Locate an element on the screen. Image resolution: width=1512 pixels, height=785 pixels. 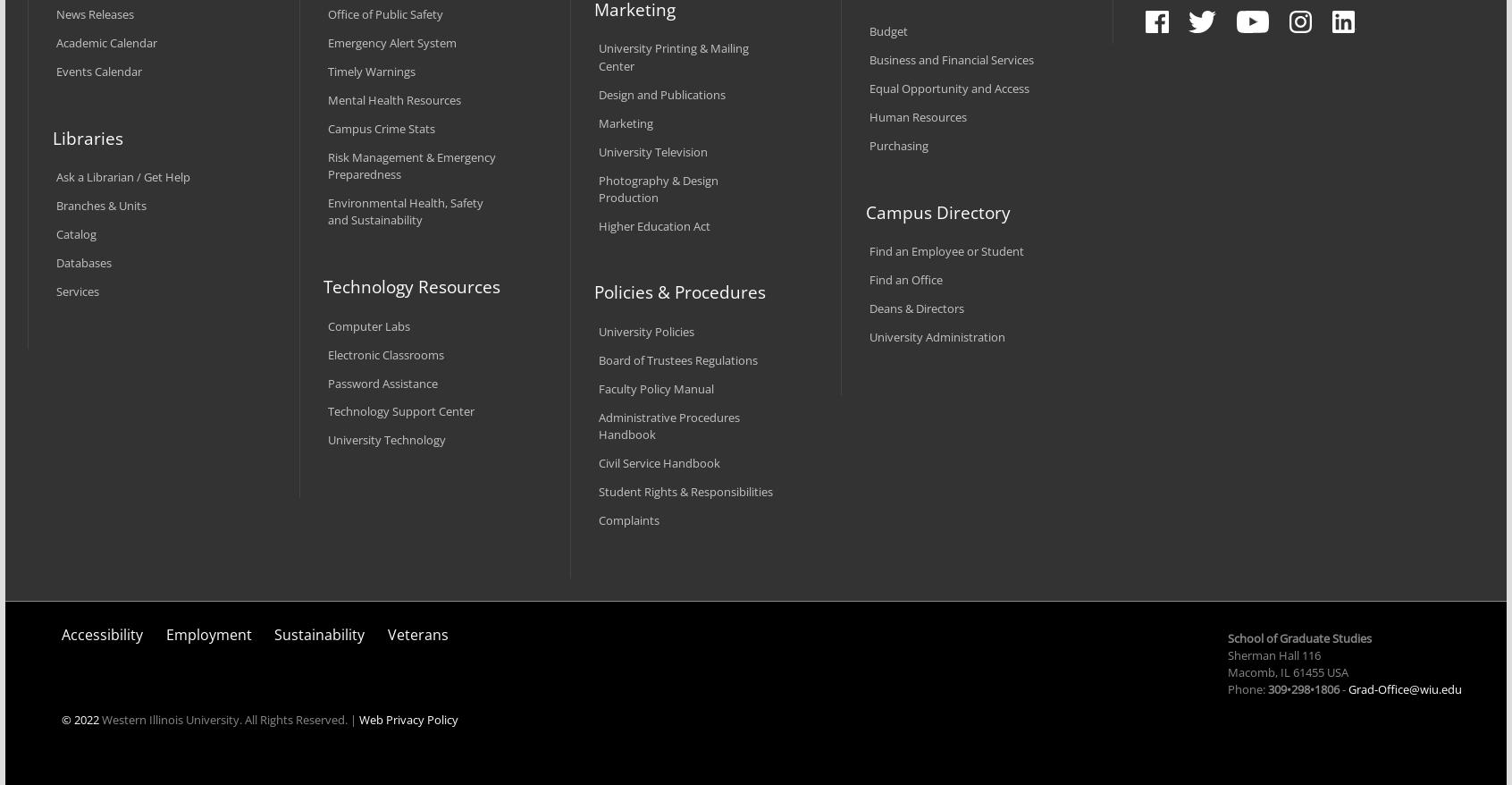
'Equal Opportunity and Access' is located at coordinates (949, 88).